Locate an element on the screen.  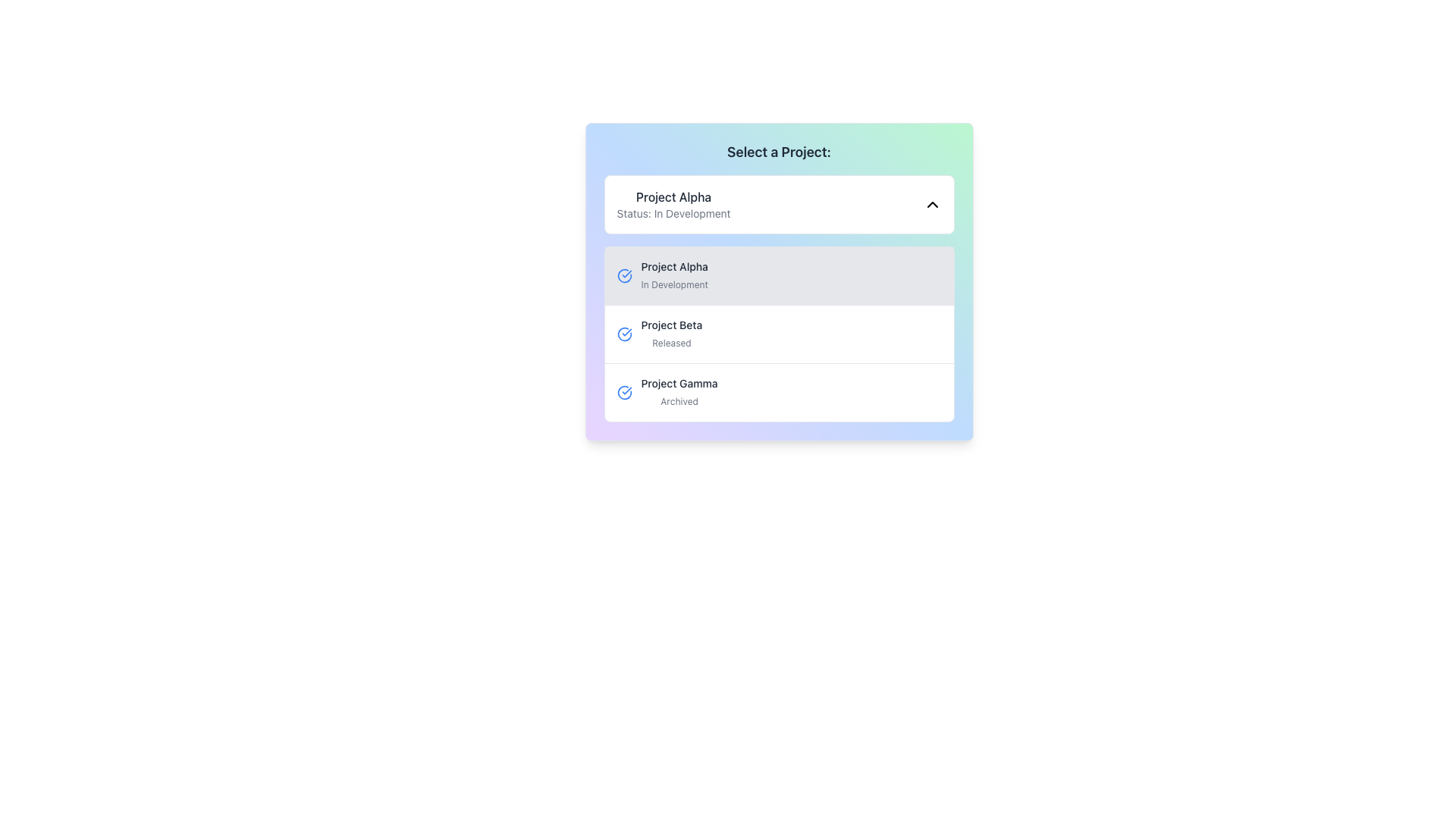
on the text block displaying 'Project Alpha' with the status 'In Development' in the selection list under 'Select a Project:' is located at coordinates (673, 275).